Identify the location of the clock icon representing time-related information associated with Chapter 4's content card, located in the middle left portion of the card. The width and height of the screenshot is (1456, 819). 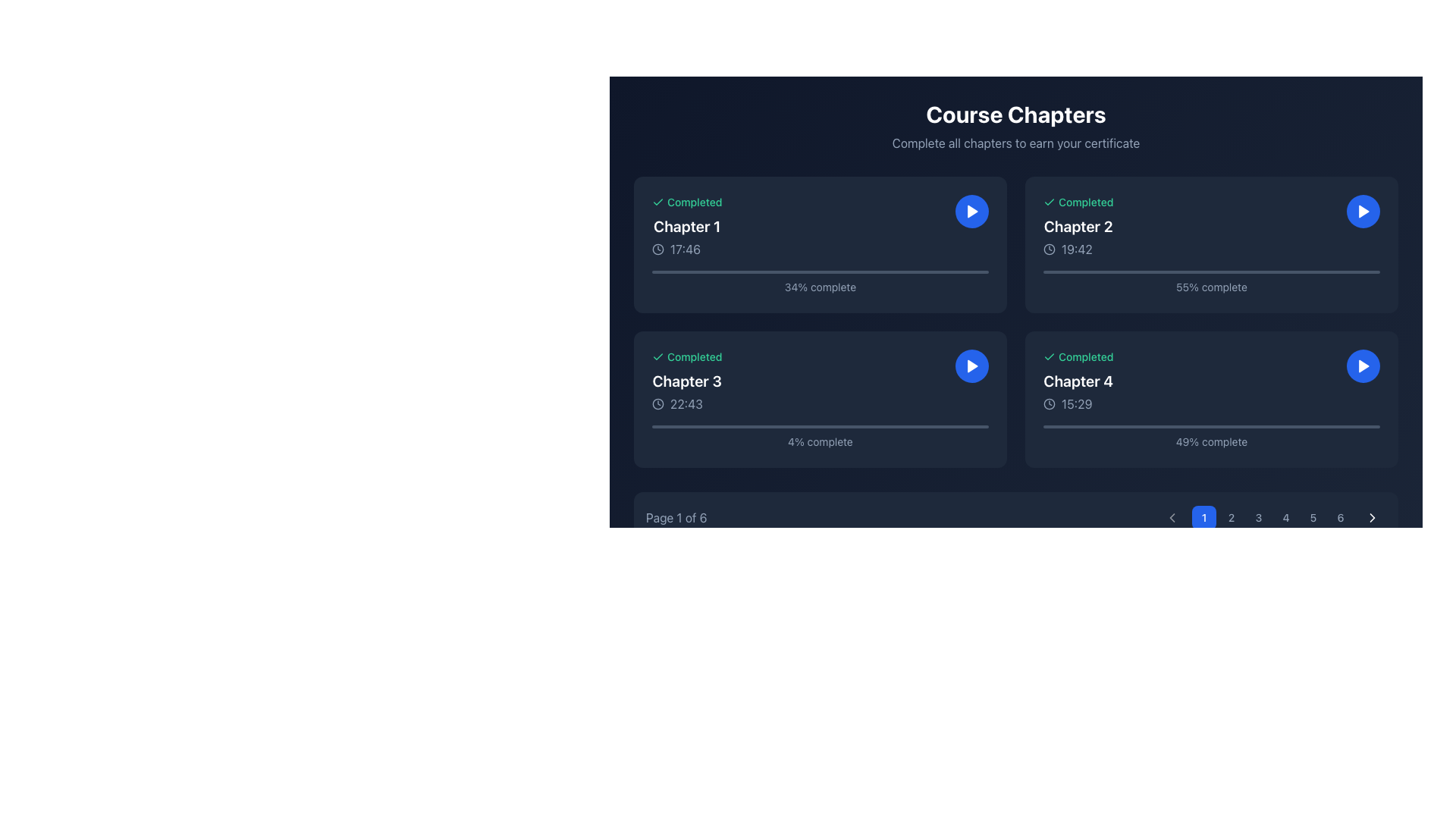
(1048, 403).